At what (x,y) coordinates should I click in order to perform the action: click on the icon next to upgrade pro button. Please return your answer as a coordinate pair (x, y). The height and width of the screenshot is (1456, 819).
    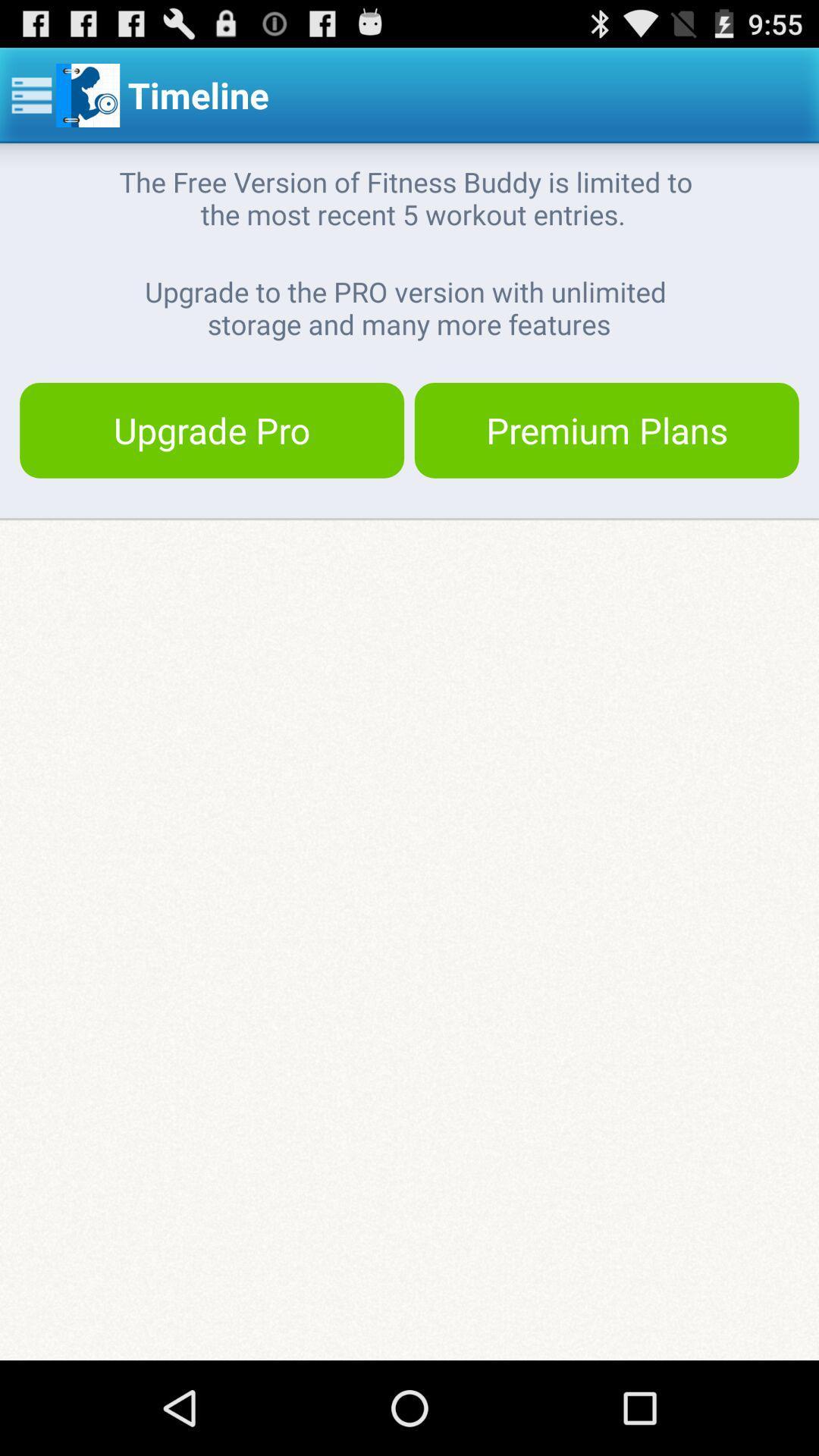
    Looking at the image, I should click on (606, 429).